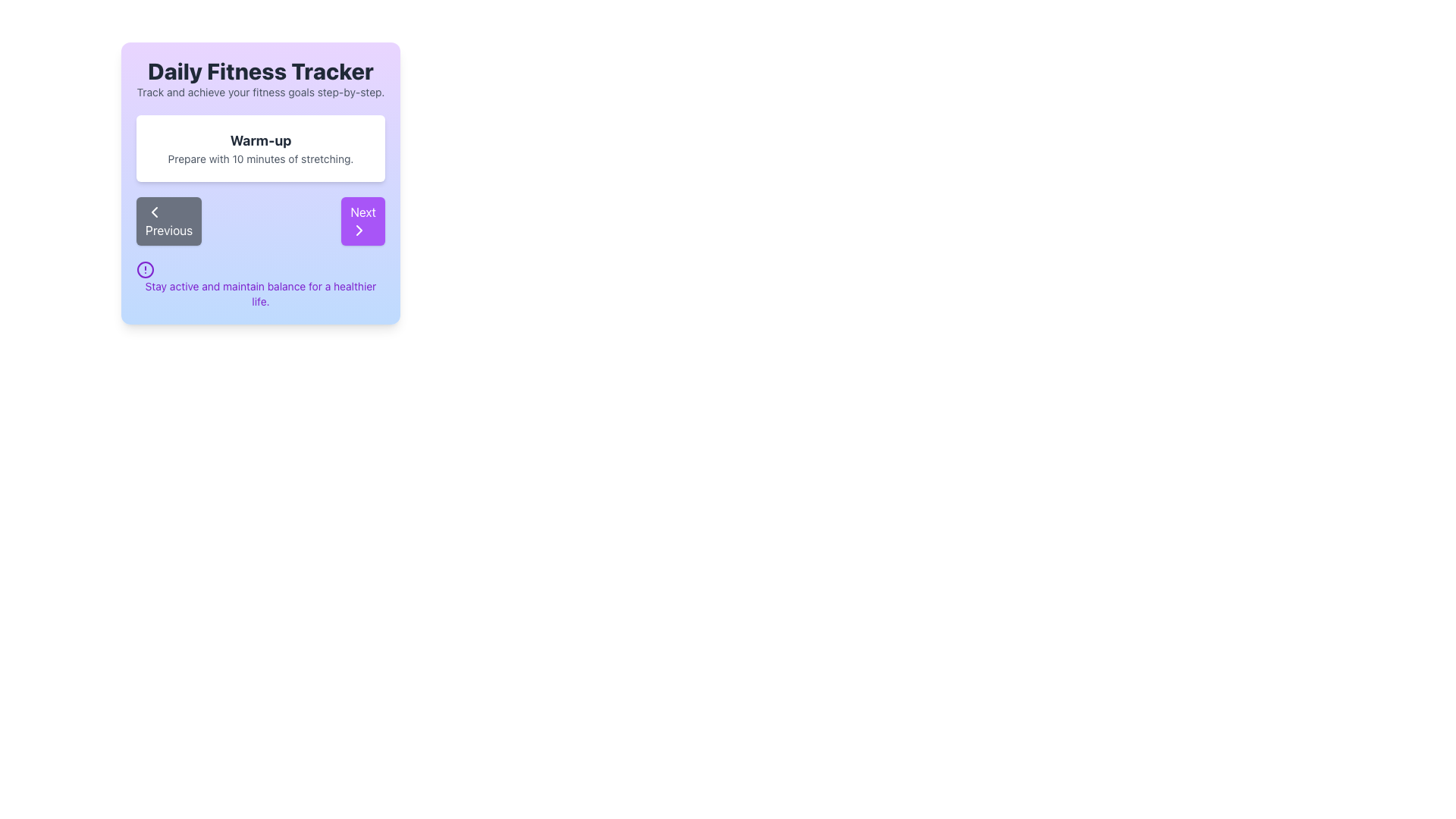 This screenshot has height=819, width=1456. I want to click on the 'Previous' button, which contains a left-pointing arrow graphic, so click(154, 212).